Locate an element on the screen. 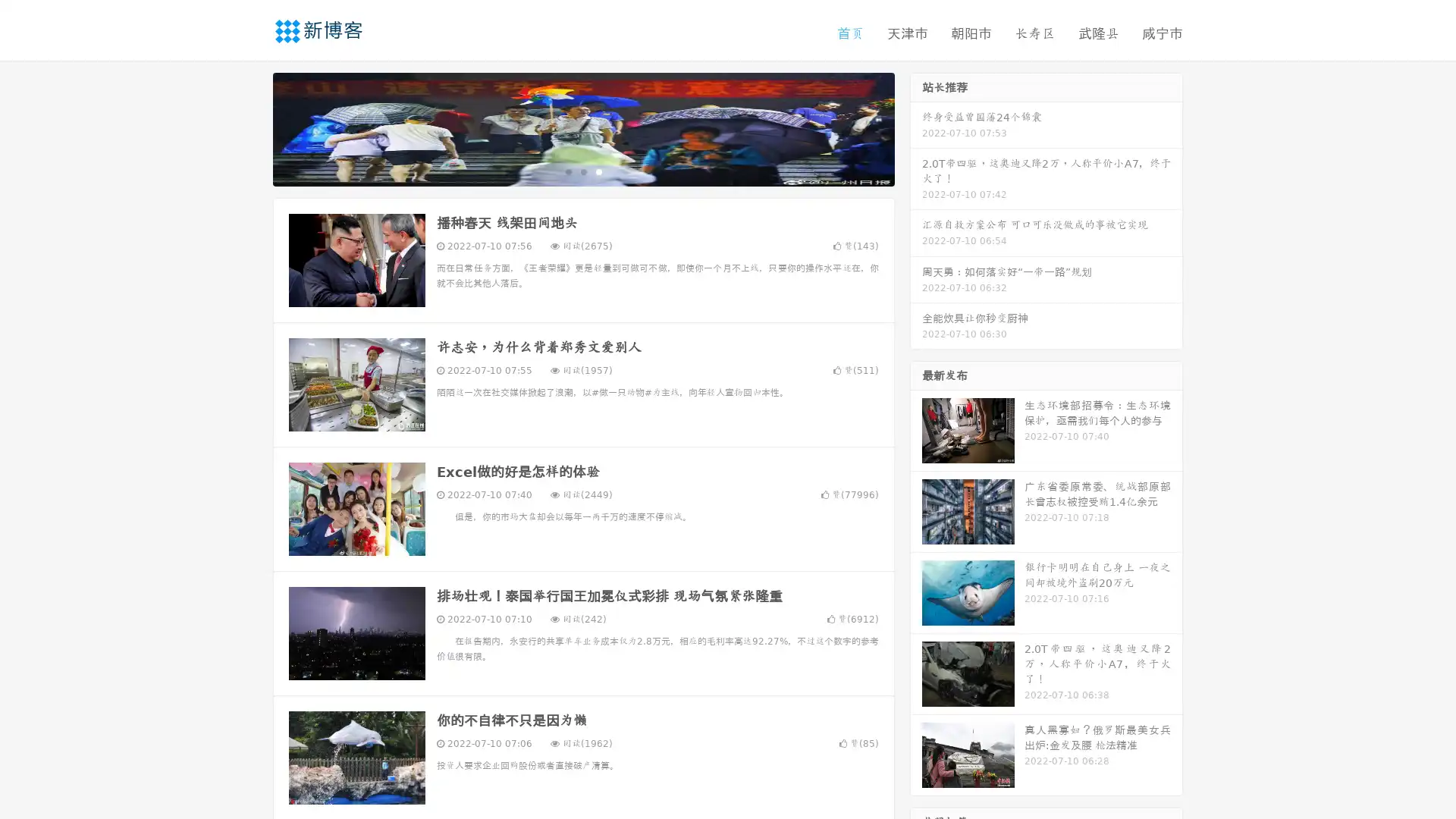  Go to slide 3 is located at coordinates (598, 171).